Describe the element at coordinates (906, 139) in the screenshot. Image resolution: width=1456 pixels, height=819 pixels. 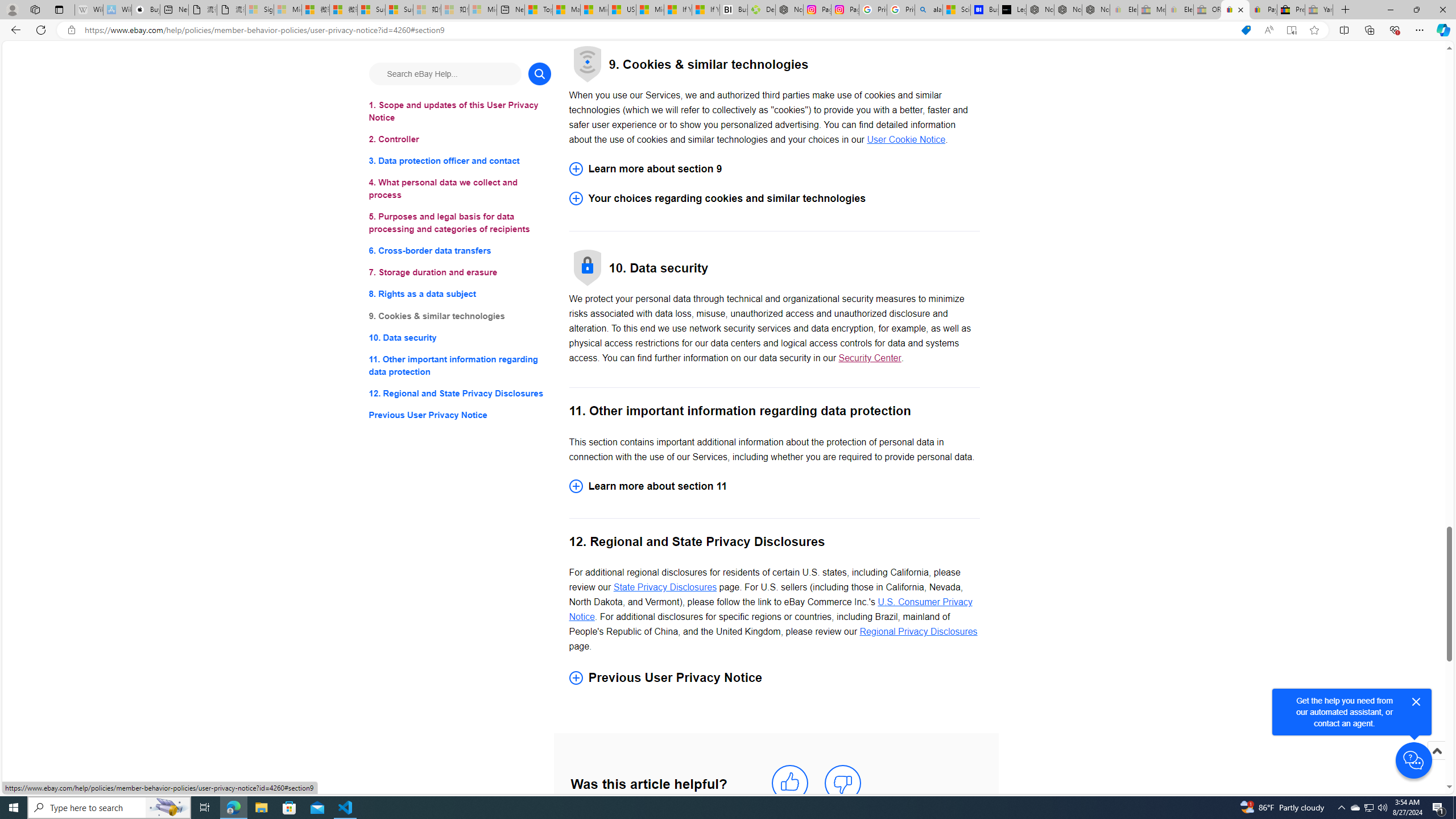
I see `'User Cookie Notice'` at that location.